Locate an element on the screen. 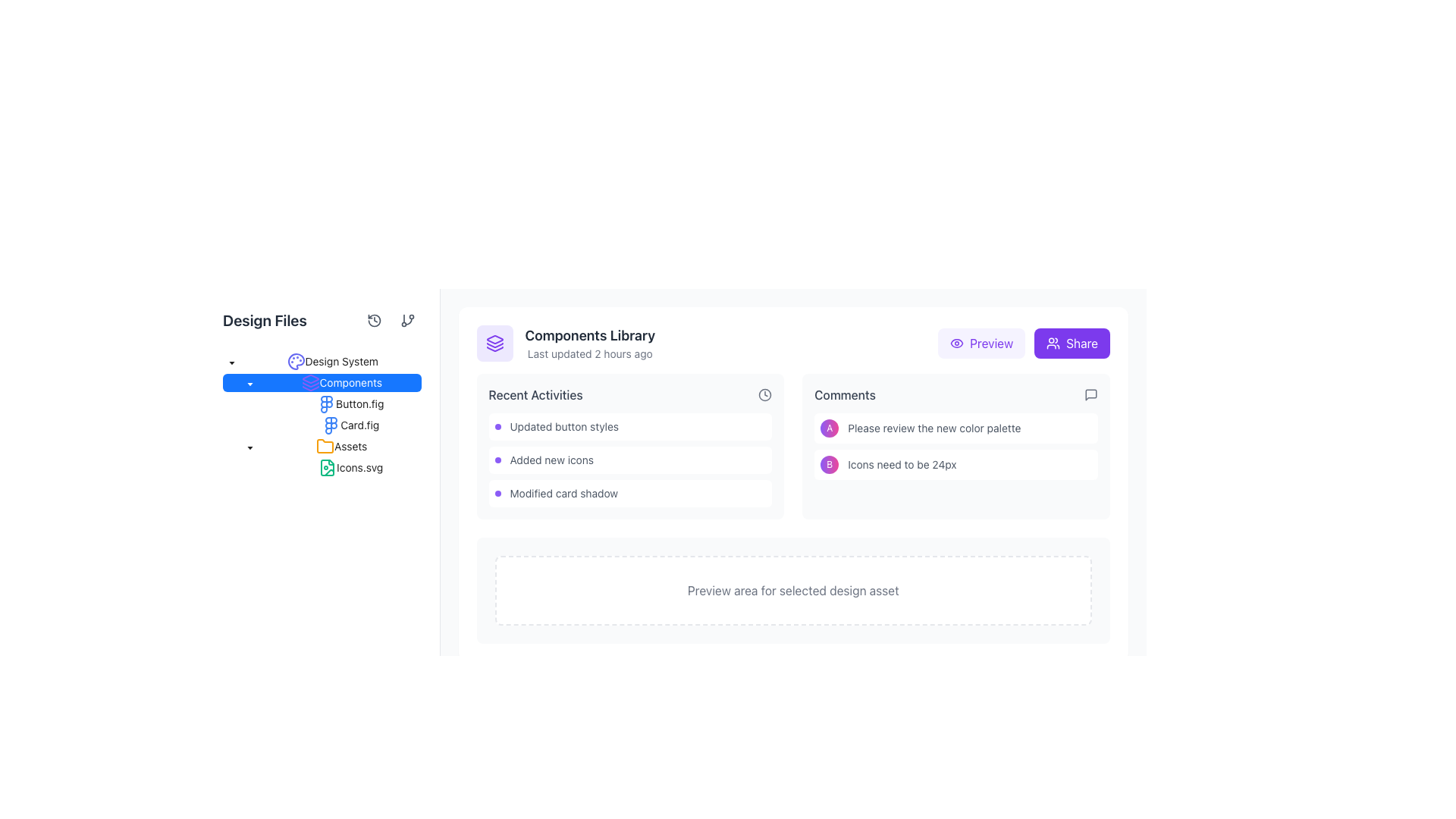 This screenshot has height=819, width=1456. the eye icon within the purple 'Preview' button located at the upper right of the main content area to initiate the preview action is located at coordinates (956, 343).